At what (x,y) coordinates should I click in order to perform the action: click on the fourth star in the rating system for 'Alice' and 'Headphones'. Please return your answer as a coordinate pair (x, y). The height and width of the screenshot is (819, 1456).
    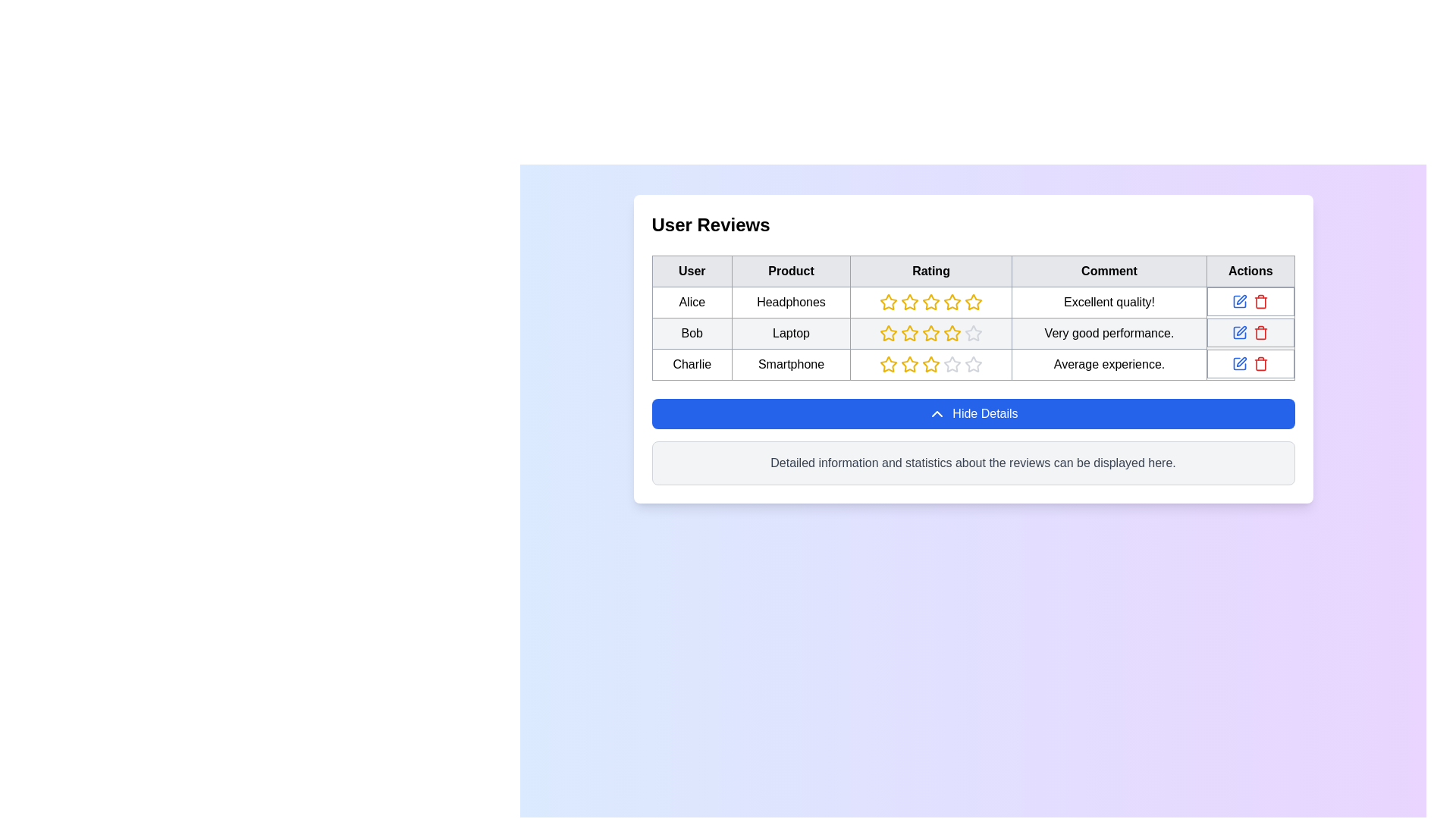
    Looking at the image, I should click on (952, 302).